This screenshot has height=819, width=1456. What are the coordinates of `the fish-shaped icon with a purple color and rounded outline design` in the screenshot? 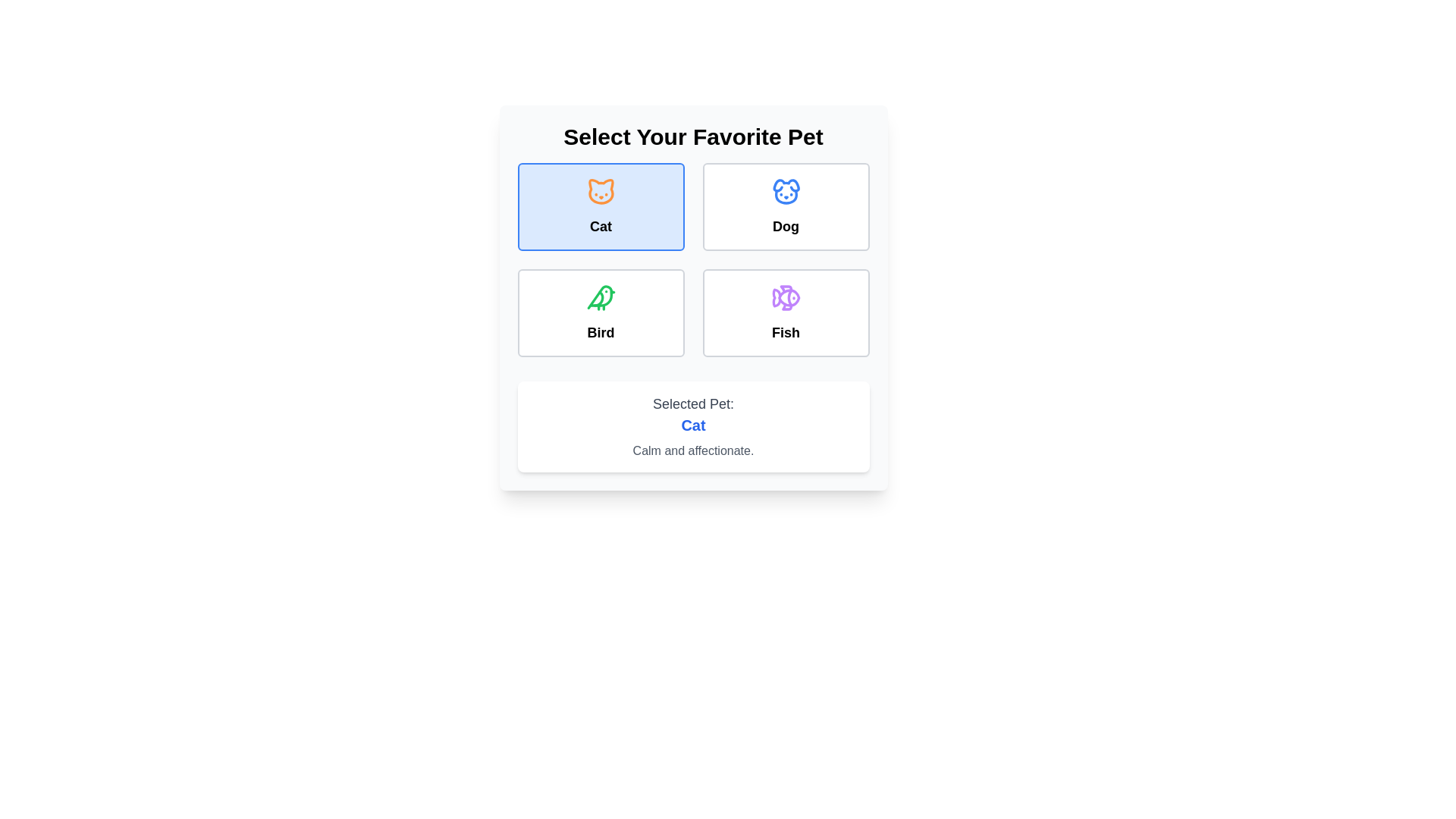 It's located at (786, 298).